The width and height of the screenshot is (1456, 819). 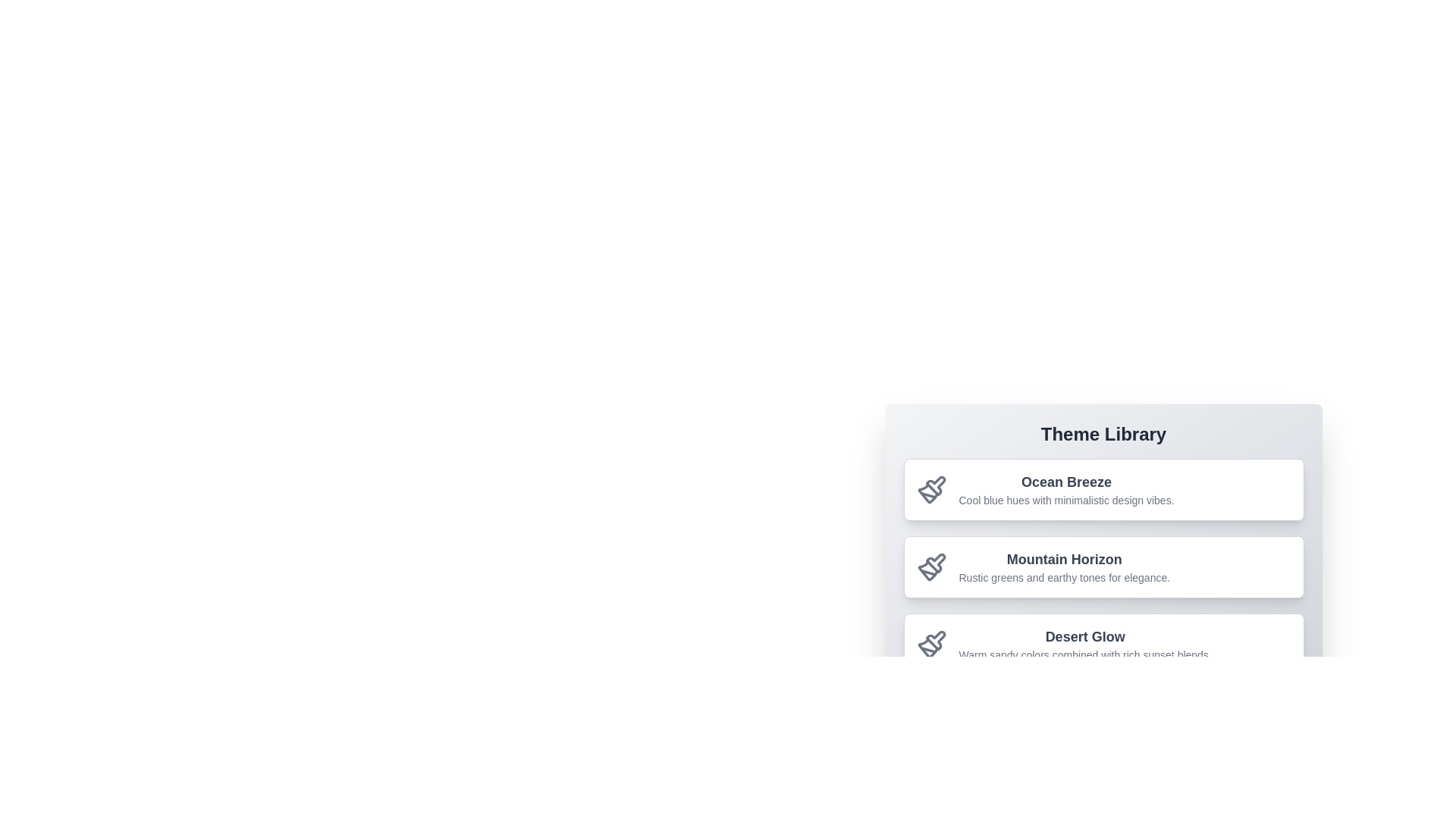 I want to click on the theme Desert Glow by clicking on its corresponding list item, so click(x=1103, y=644).